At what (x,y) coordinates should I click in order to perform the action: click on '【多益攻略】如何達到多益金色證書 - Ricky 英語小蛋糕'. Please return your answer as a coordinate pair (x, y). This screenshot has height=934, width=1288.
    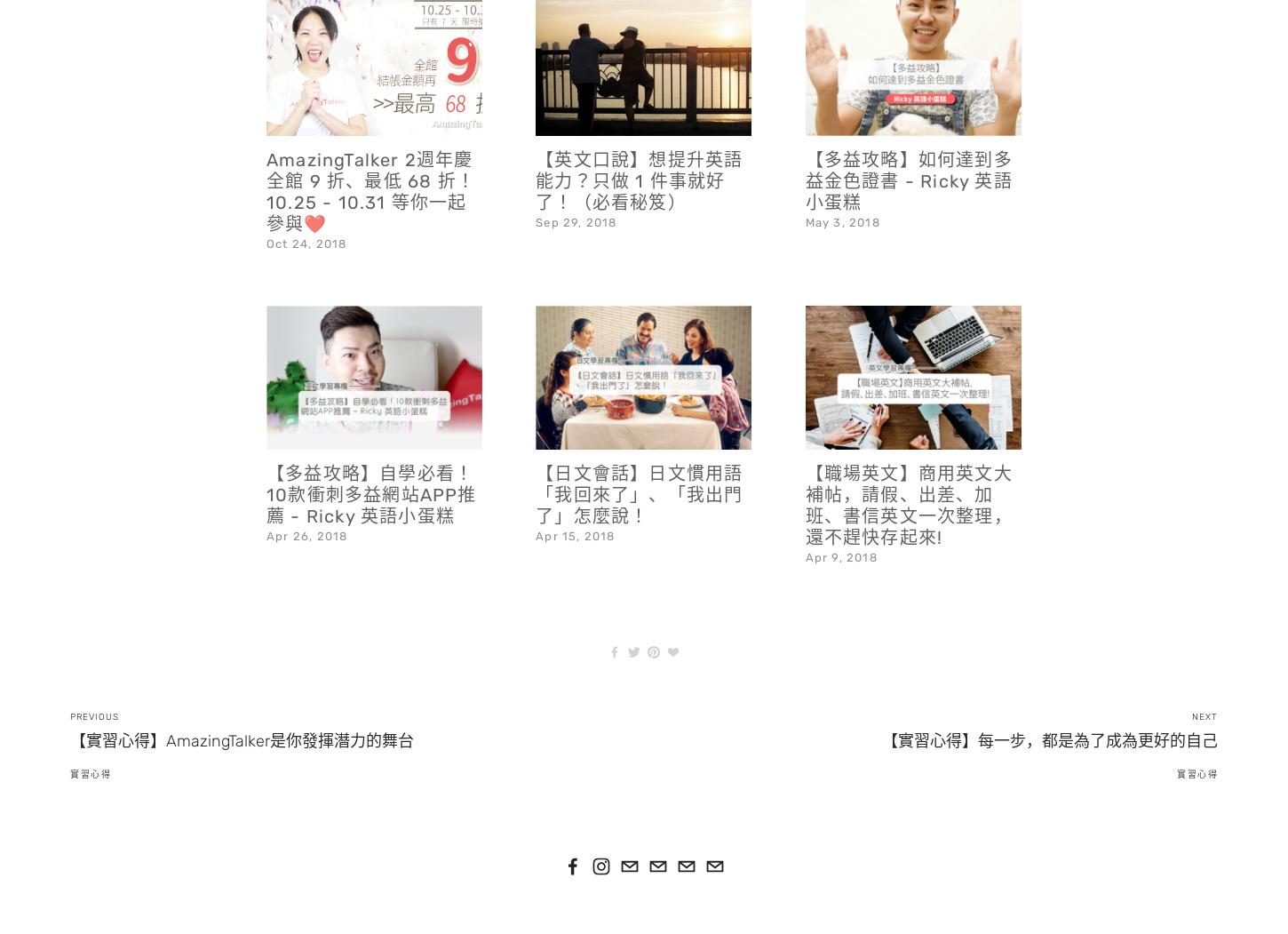
    Looking at the image, I should click on (908, 133).